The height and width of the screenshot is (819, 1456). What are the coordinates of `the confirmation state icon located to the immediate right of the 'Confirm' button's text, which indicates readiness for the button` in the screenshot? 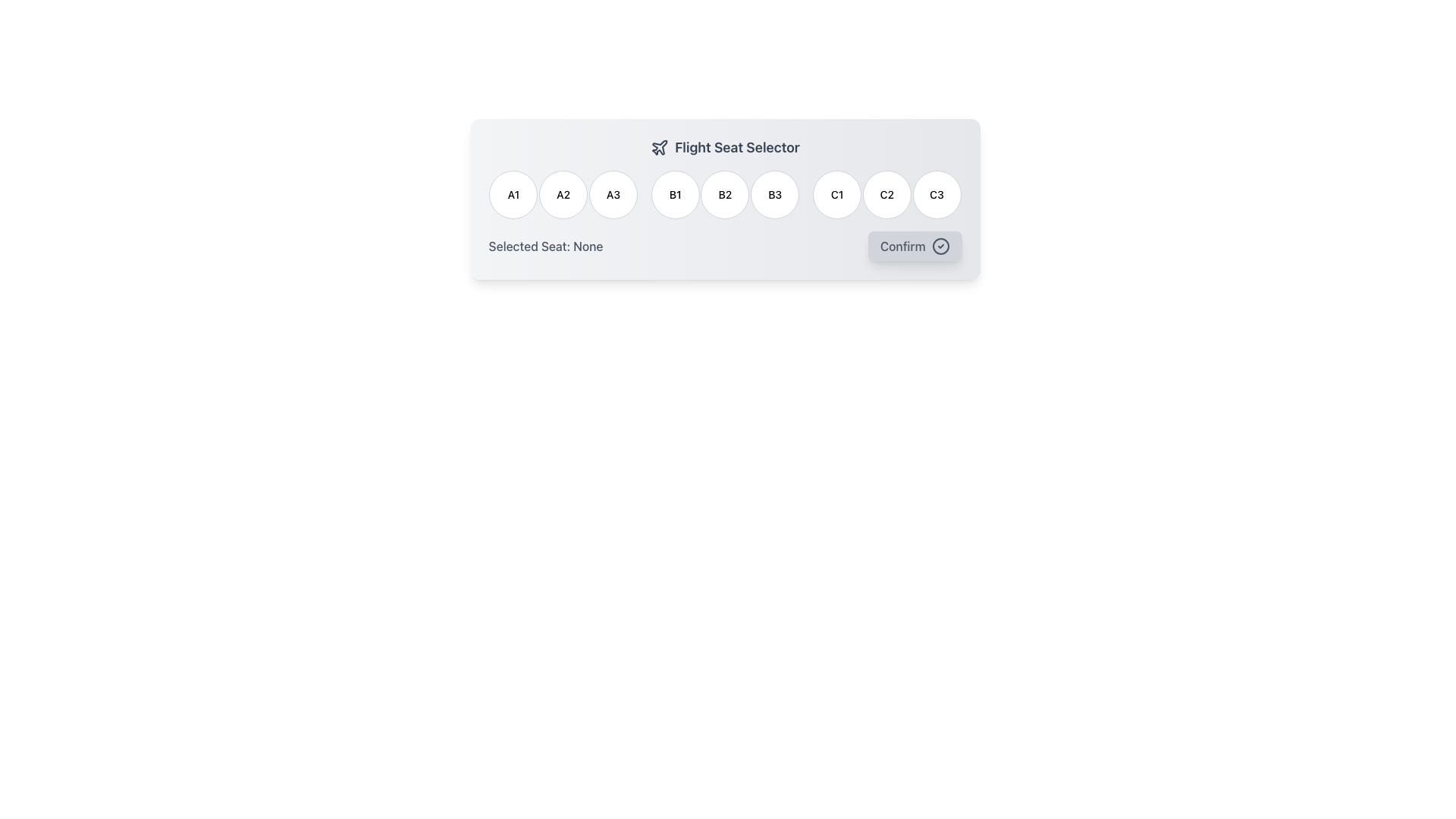 It's located at (940, 245).